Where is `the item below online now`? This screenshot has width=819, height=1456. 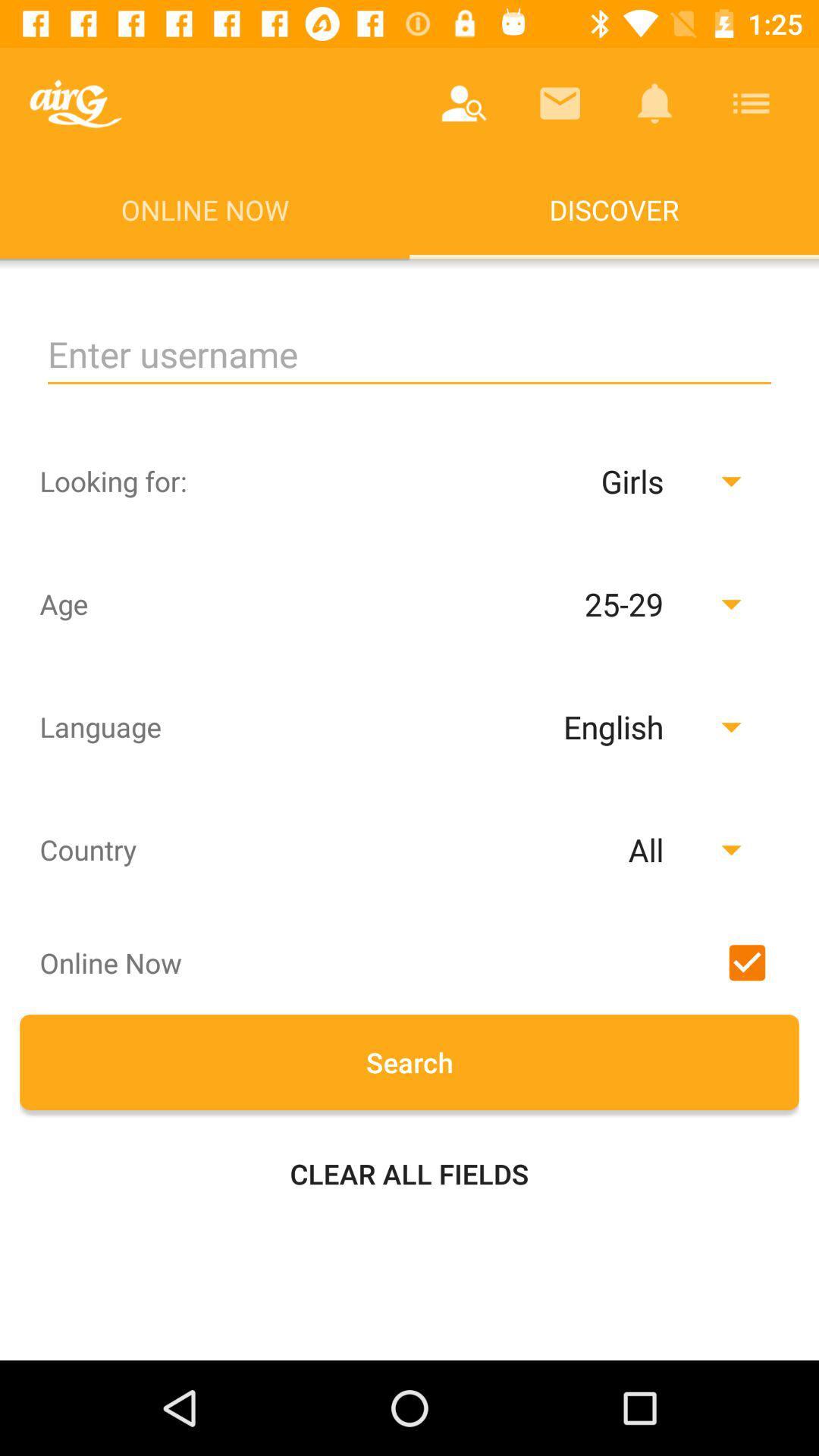
the item below online now is located at coordinates (409, 354).